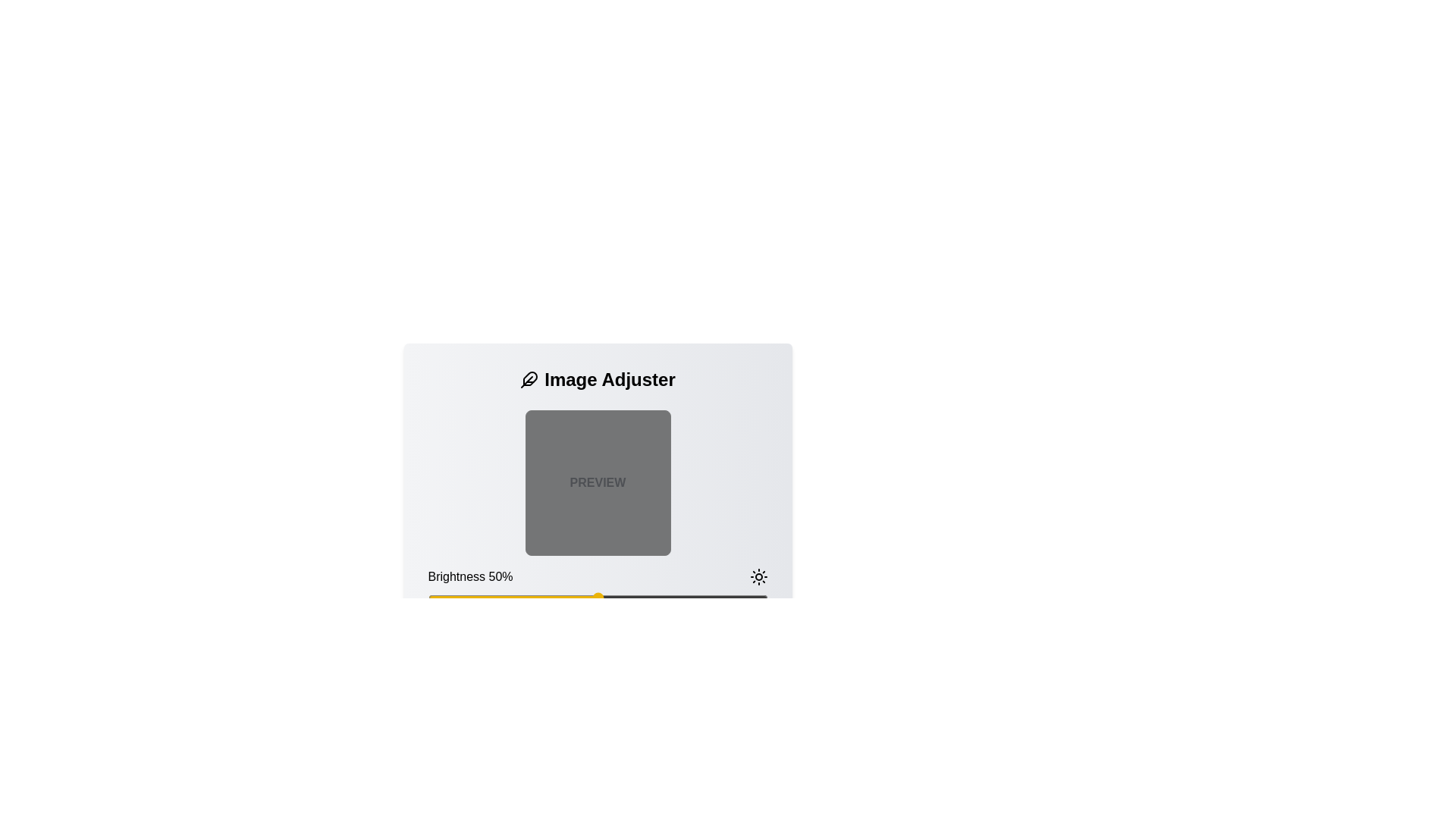  I want to click on the sun icon in the brightness adjustment section, so click(758, 576).